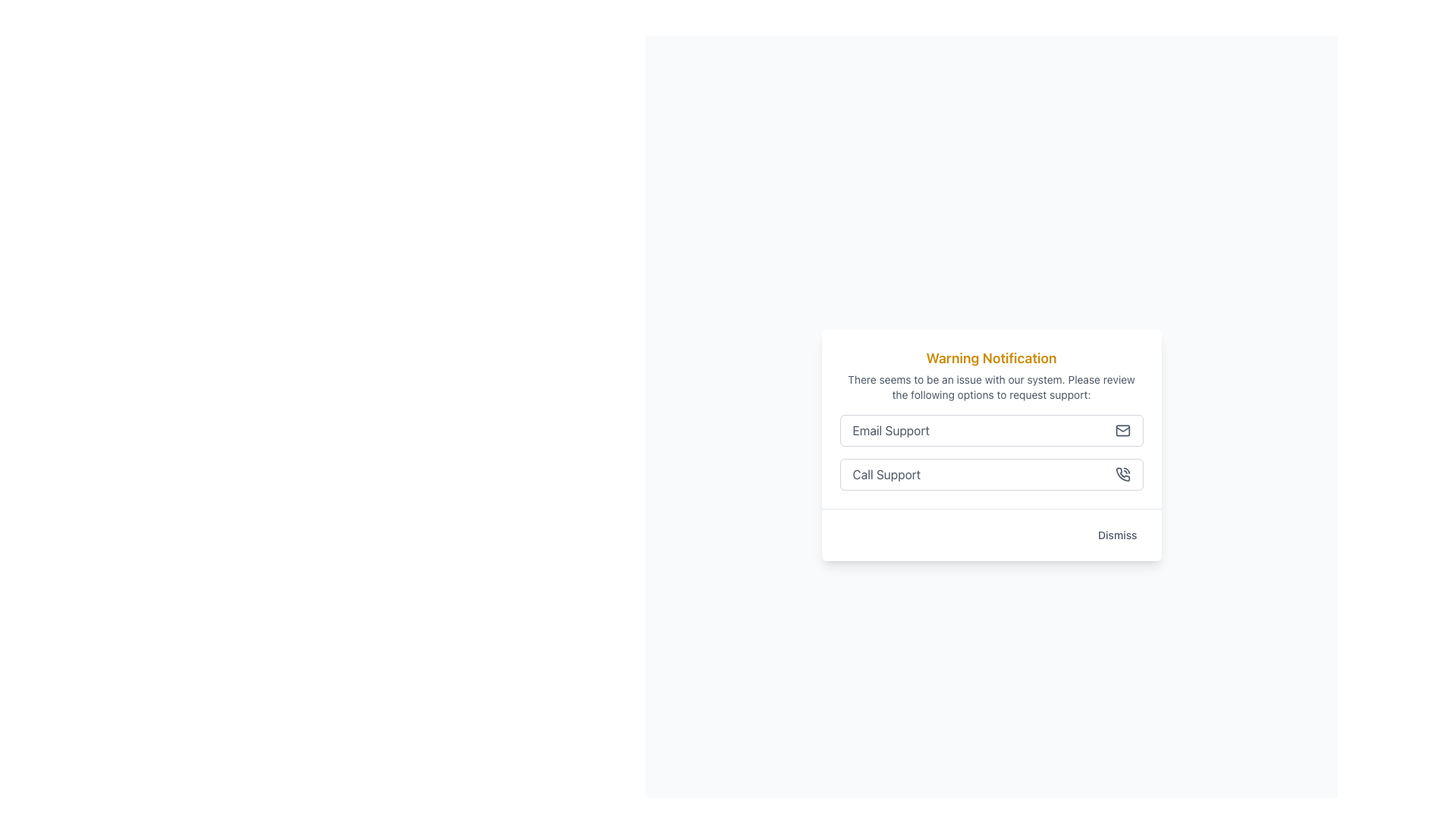 The image size is (1456, 819). What do you see at coordinates (991, 473) in the screenshot?
I see `the 'Call Support' button, which is a rectangular button with rounded edges located below the 'Email Support' button` at bounding box center [991, 473].